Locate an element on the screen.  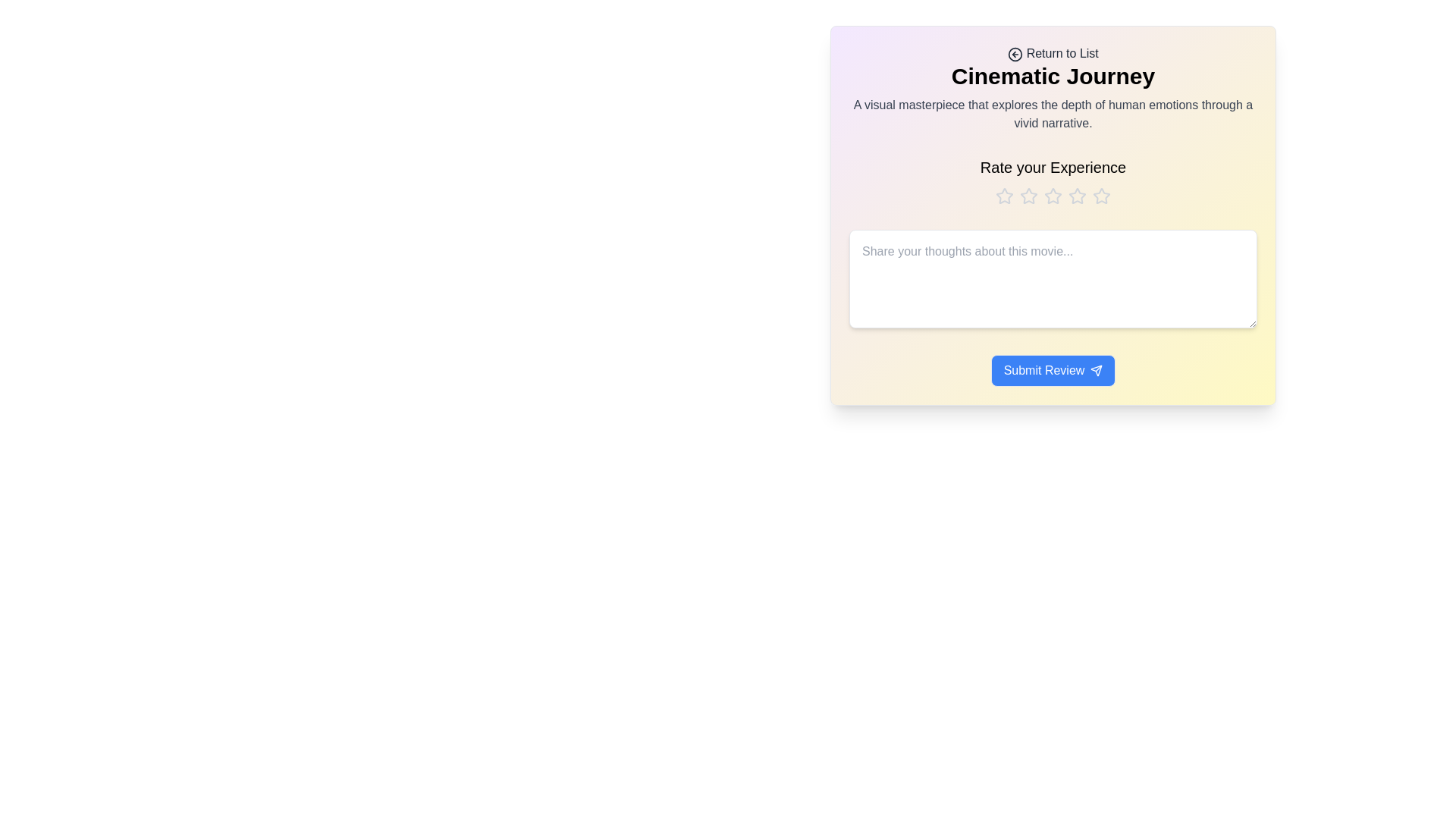
the first star-shaped icon in the star rating component is located at coordinates (1004, 195).